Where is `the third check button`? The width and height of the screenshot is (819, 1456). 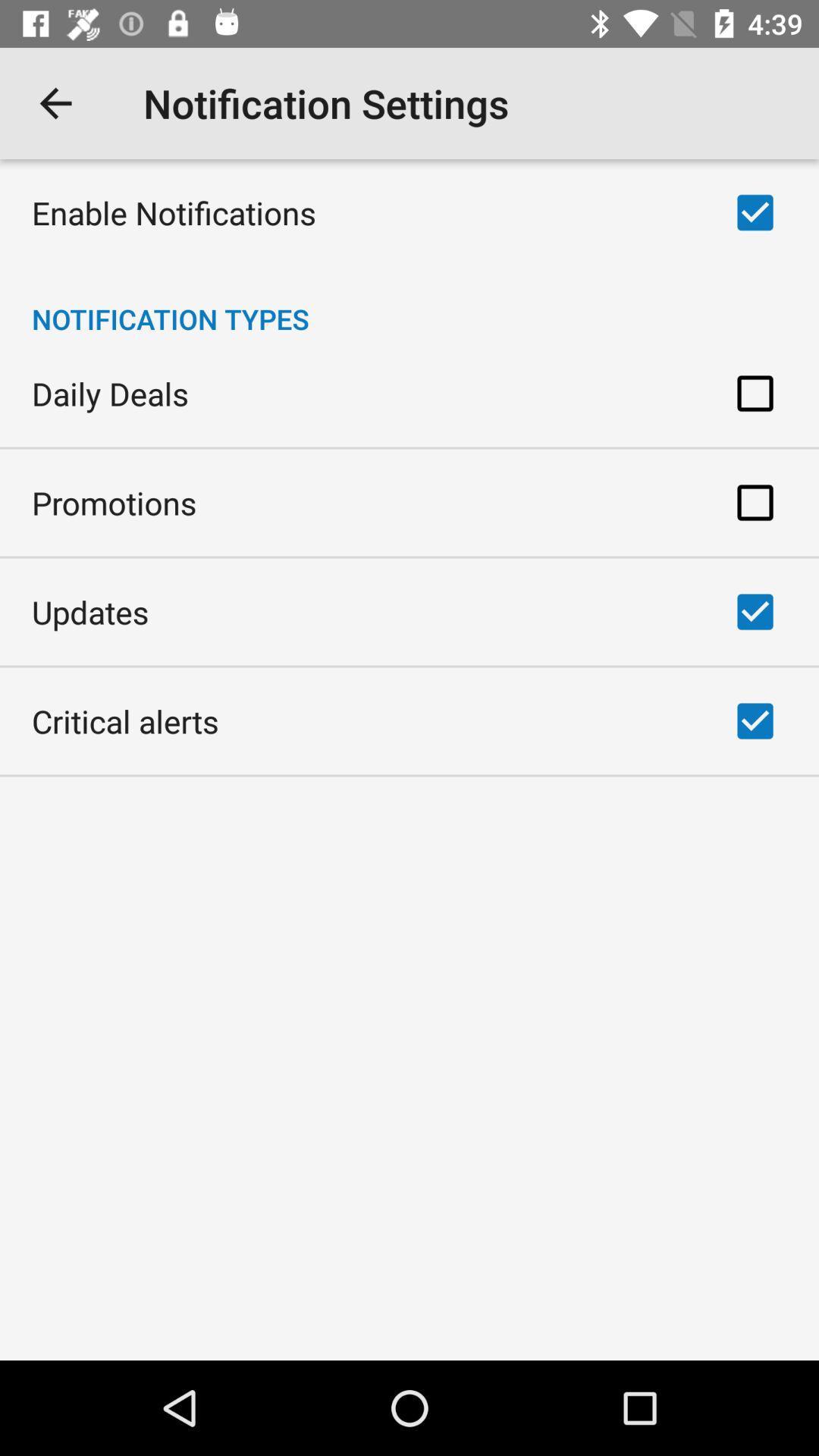 the third check button is located at coordinates (755, 502).